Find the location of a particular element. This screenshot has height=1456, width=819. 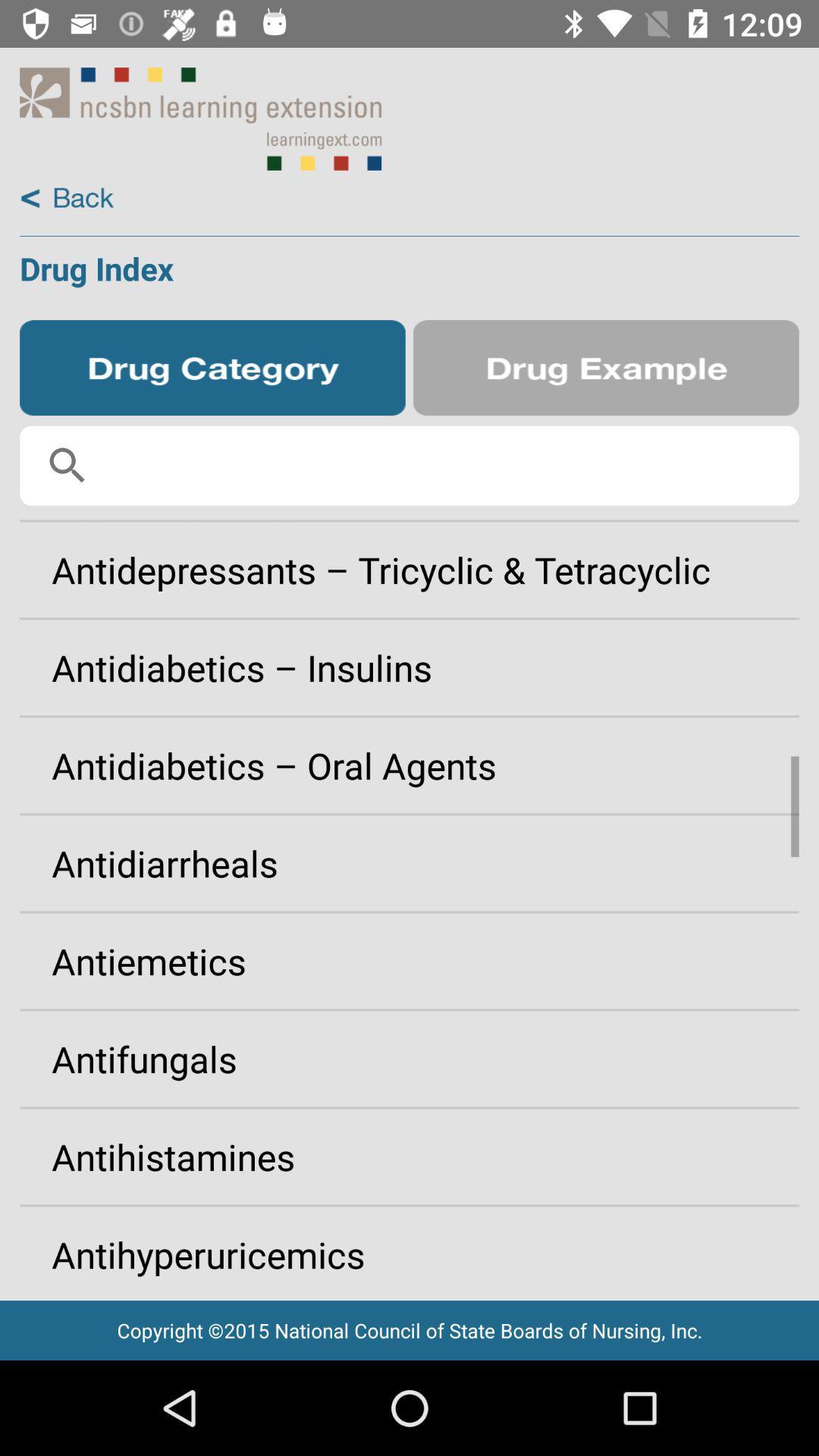

icon below the antihistamines is located at coordinates (409, 1248).